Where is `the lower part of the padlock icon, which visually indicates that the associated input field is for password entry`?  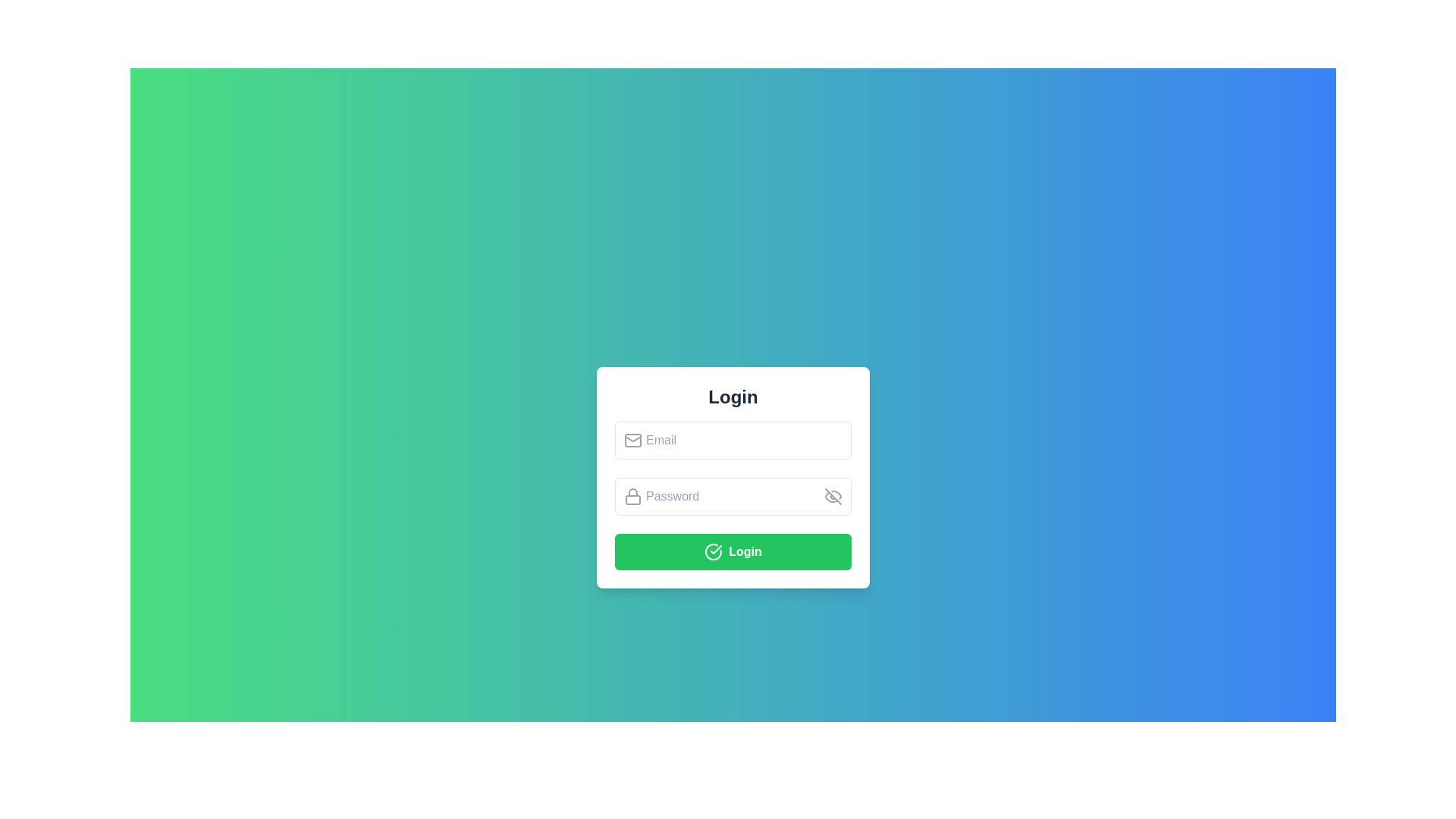
the lower part of the padlock icon, which visually indicates that the associated input field is for password entry is located at coordinates (633, 500).